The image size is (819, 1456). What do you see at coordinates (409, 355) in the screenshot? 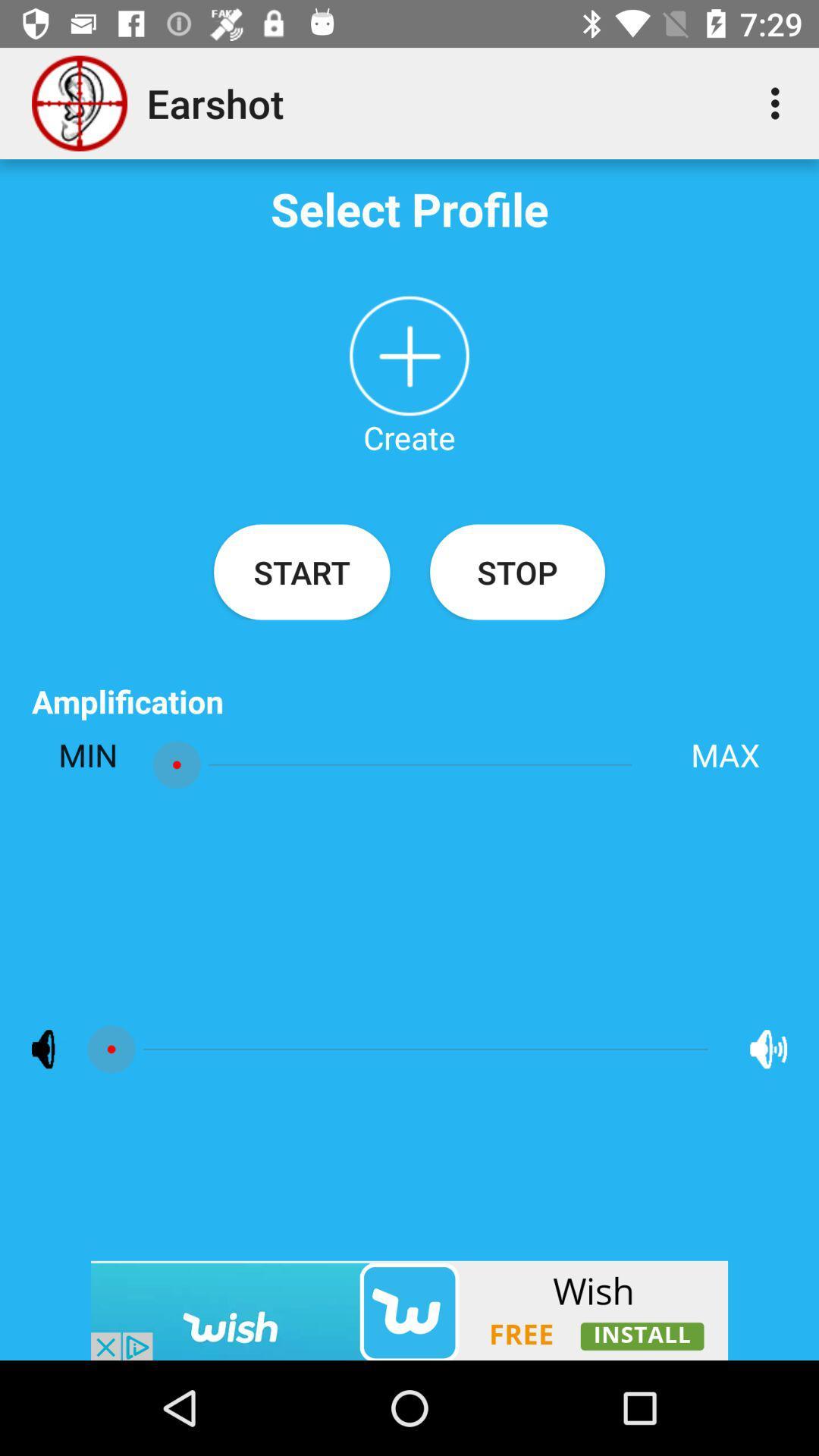
I see `the add icon` at bounding box center [409, 355].